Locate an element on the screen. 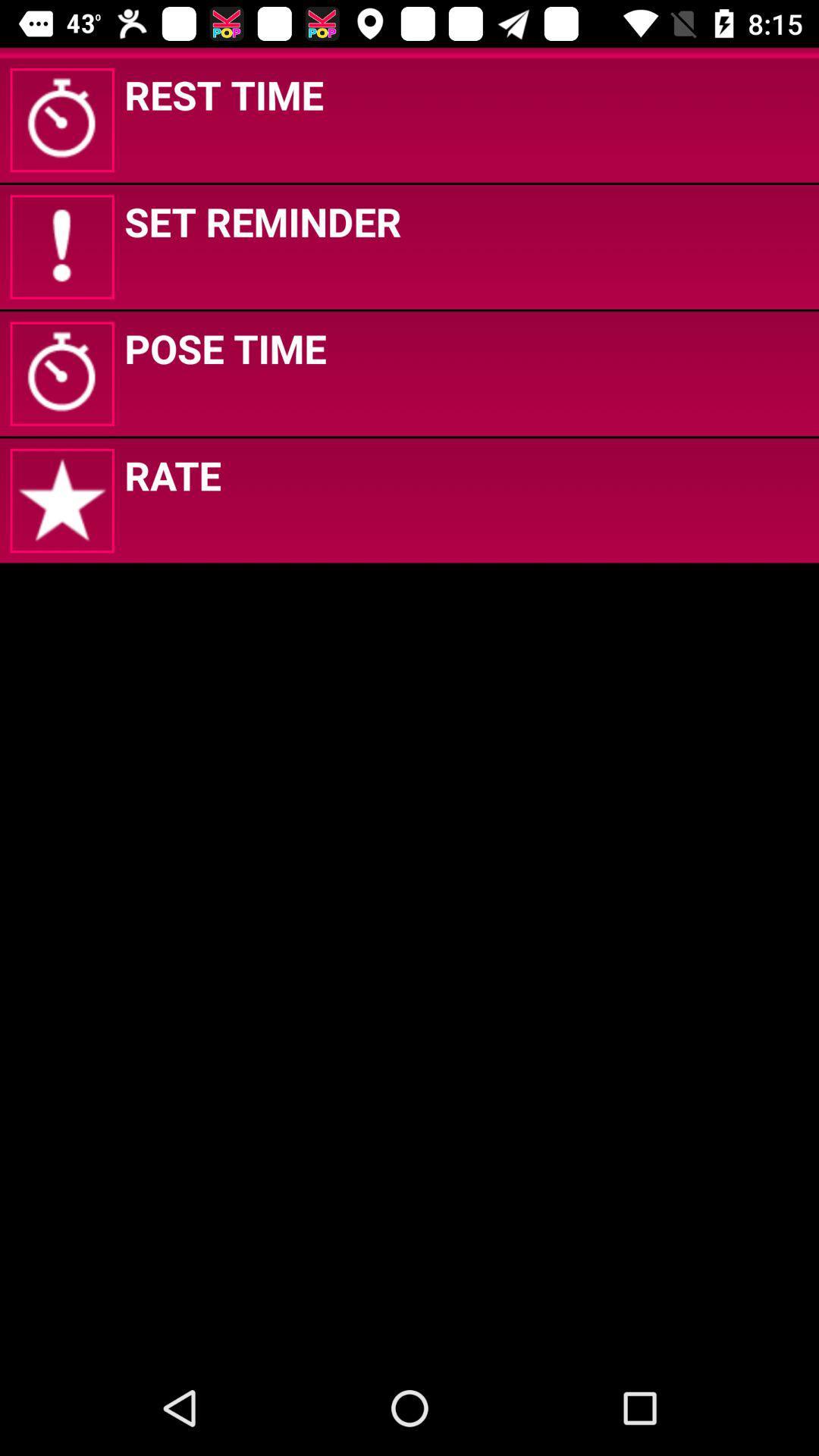 Image resolution: width=819 pixels, height=1456 pixels. icon below rest time app is located at coordinates (262, 221).